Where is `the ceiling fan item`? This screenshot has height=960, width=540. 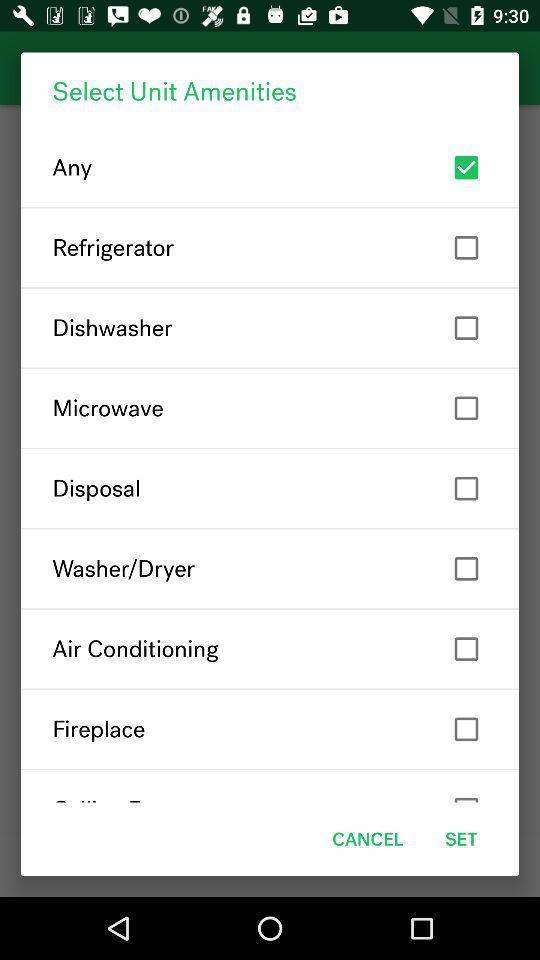
the ceiling fan item is located at coordinates (270, 786).